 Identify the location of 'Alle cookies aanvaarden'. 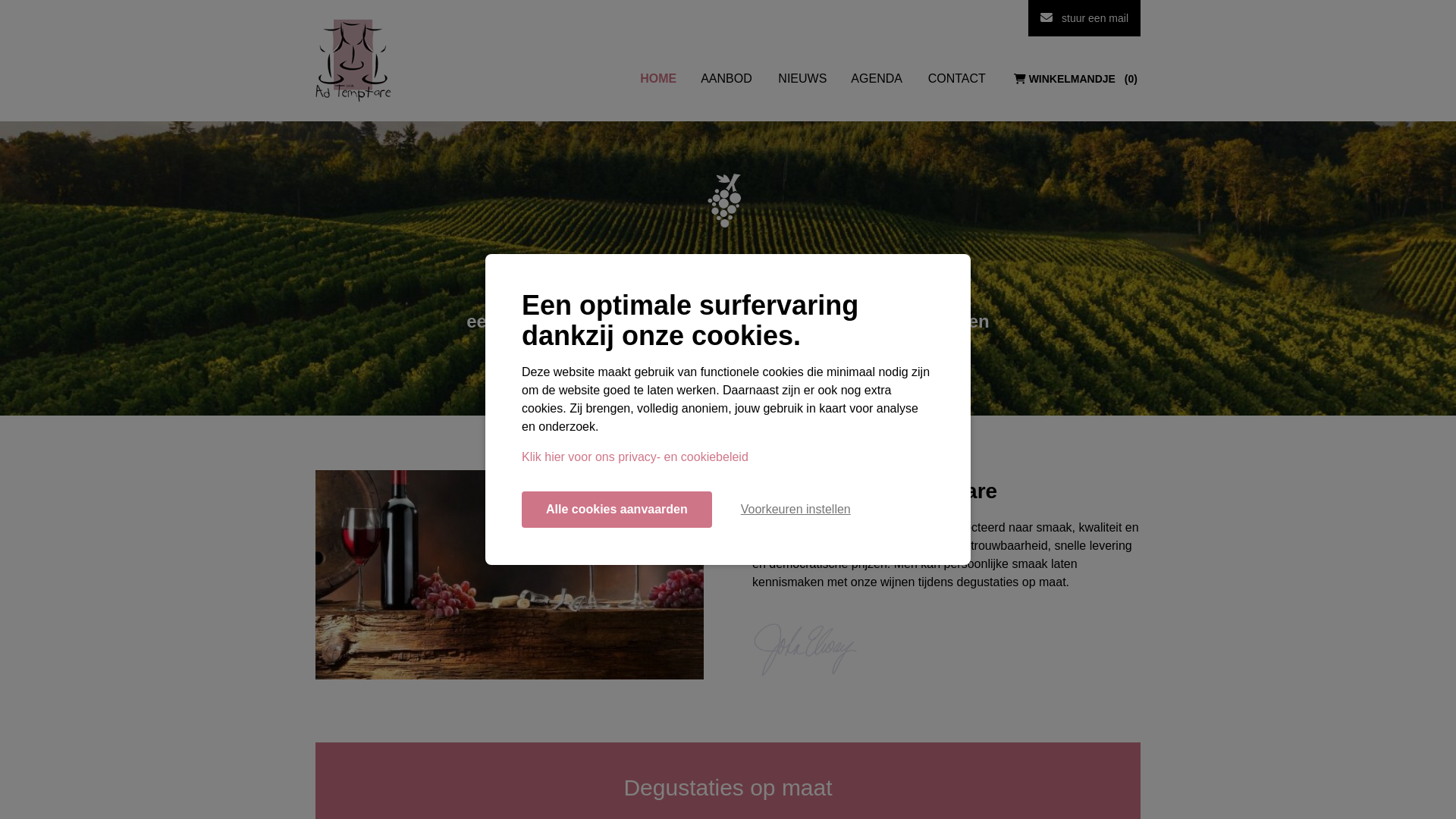
(617, 509).